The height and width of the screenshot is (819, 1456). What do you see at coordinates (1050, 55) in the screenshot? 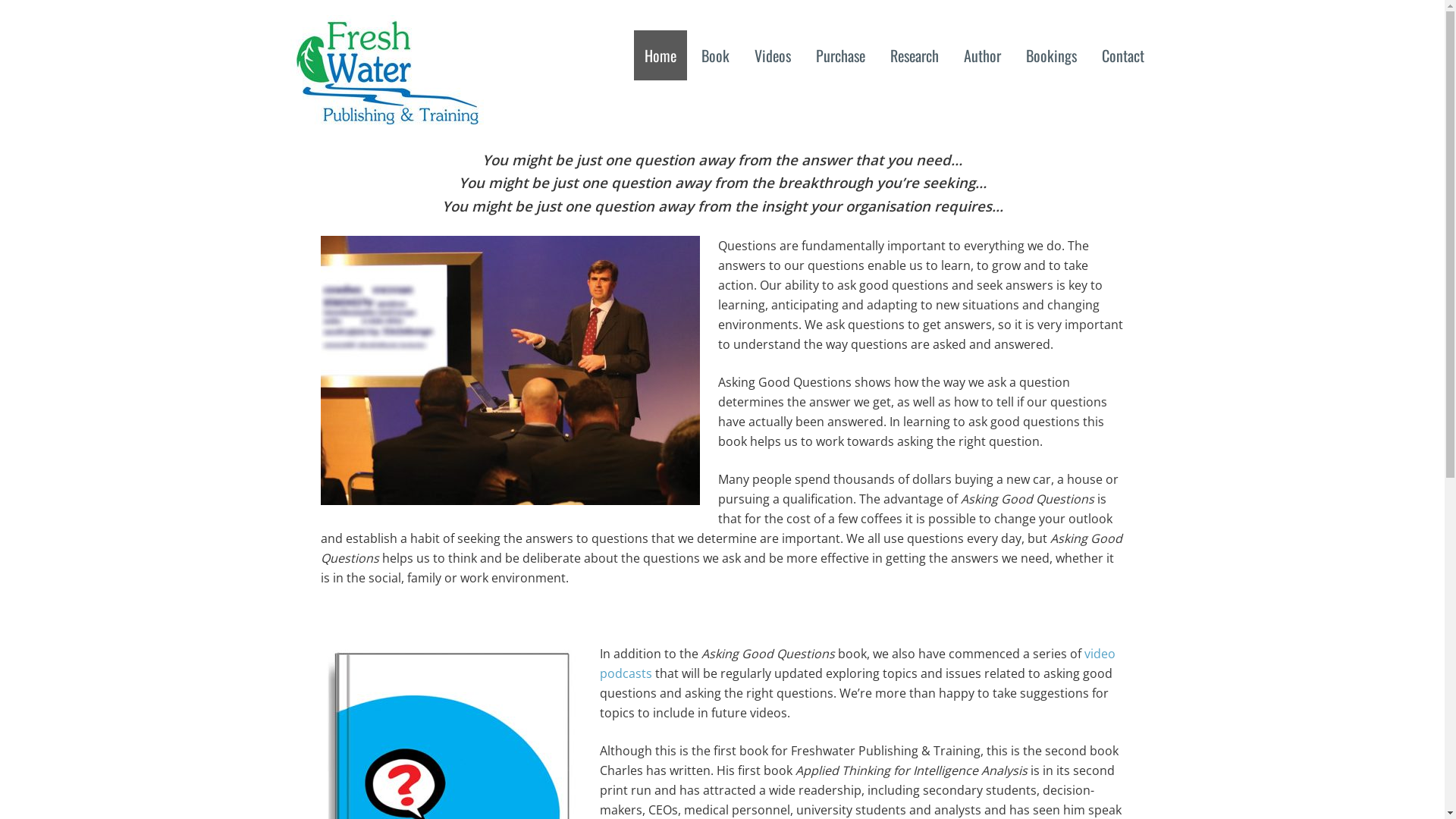
I see `'Bookings'` at bounding box center [1050, 55].